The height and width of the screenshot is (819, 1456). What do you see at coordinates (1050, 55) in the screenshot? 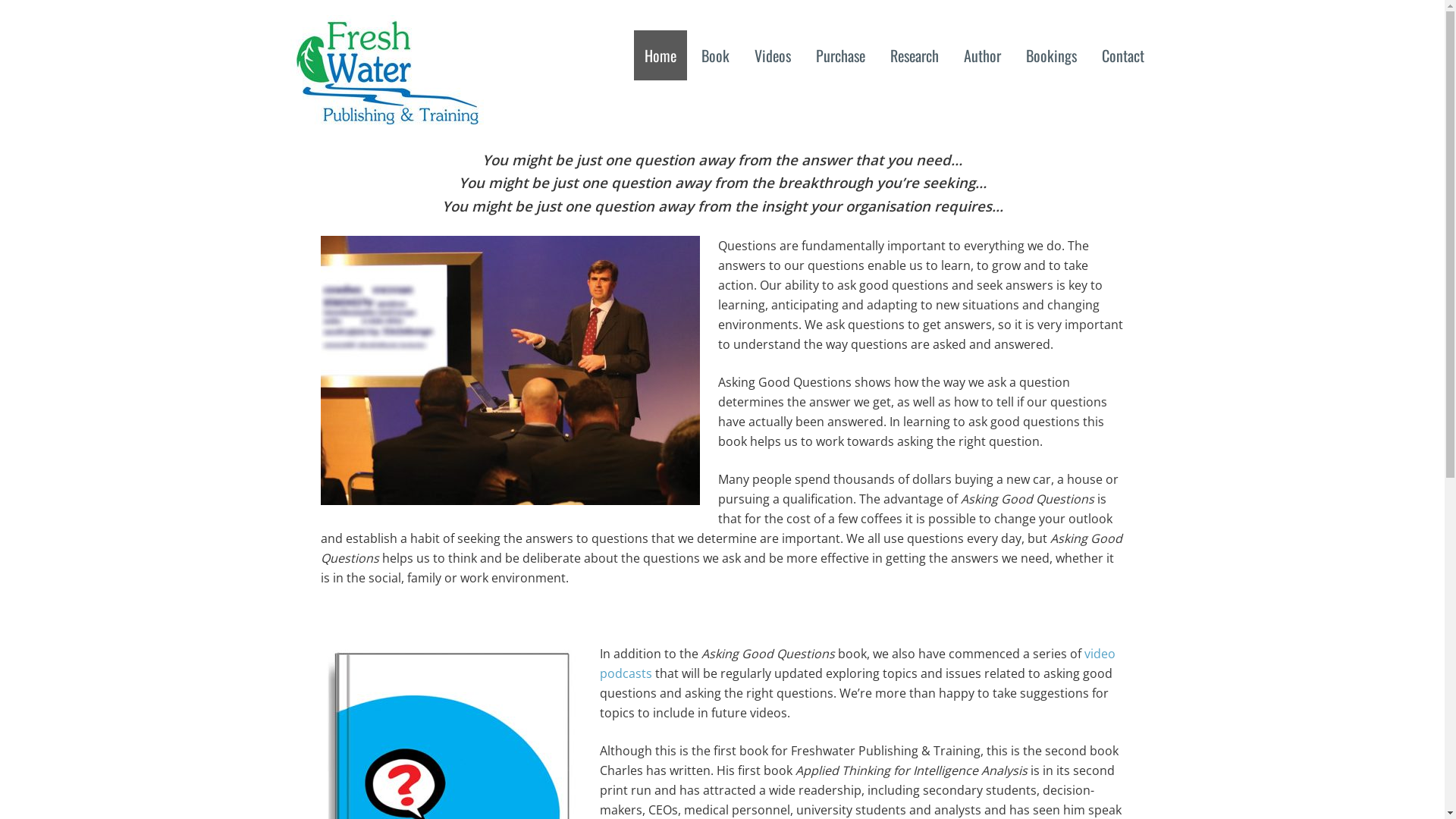
I see `'Bookings'` at bounding box center [1050, 55].